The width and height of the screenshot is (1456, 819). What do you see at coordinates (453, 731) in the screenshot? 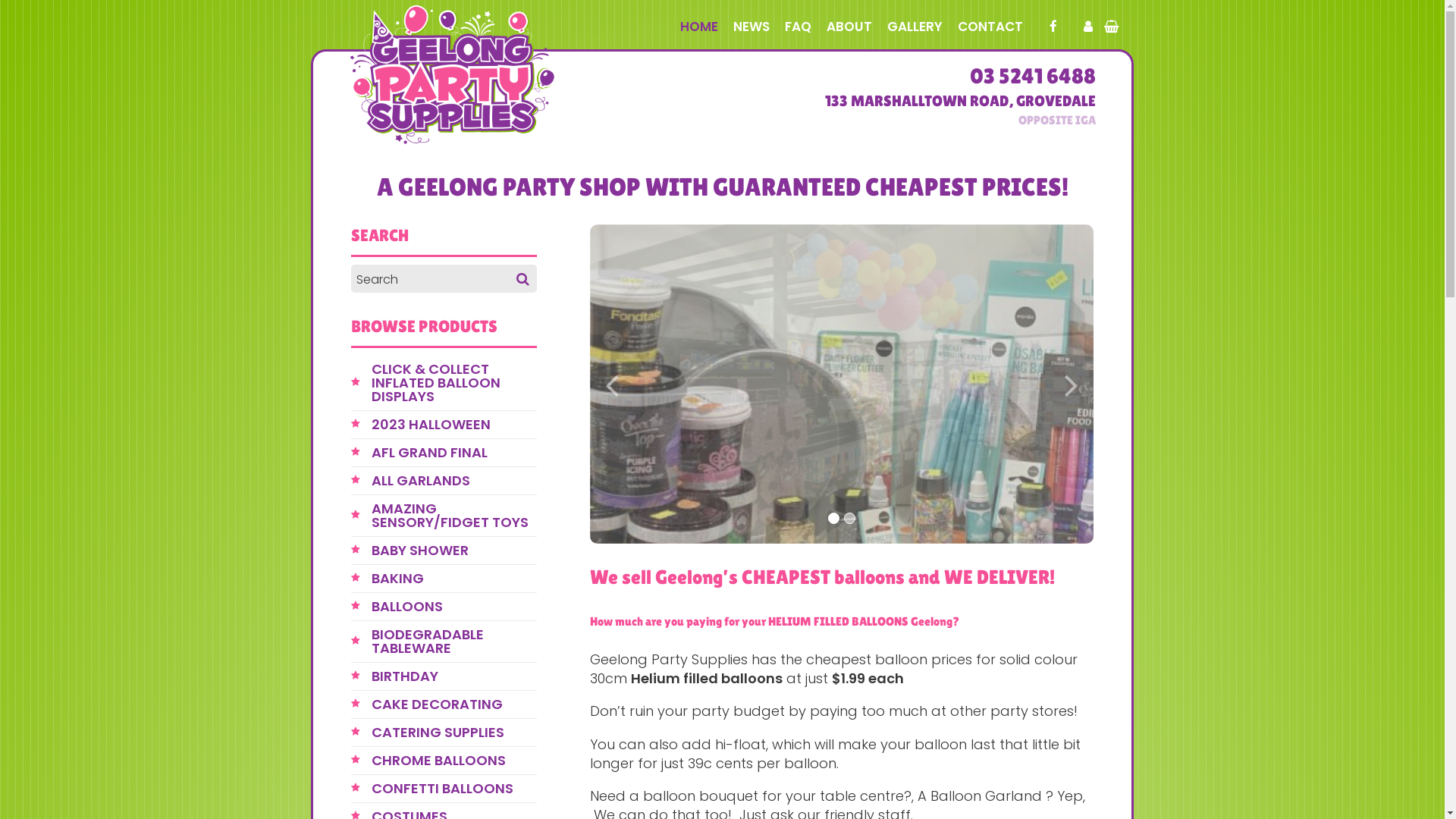
I see `'CATERING SUPPLIES'` at bounding box center [453, 731].